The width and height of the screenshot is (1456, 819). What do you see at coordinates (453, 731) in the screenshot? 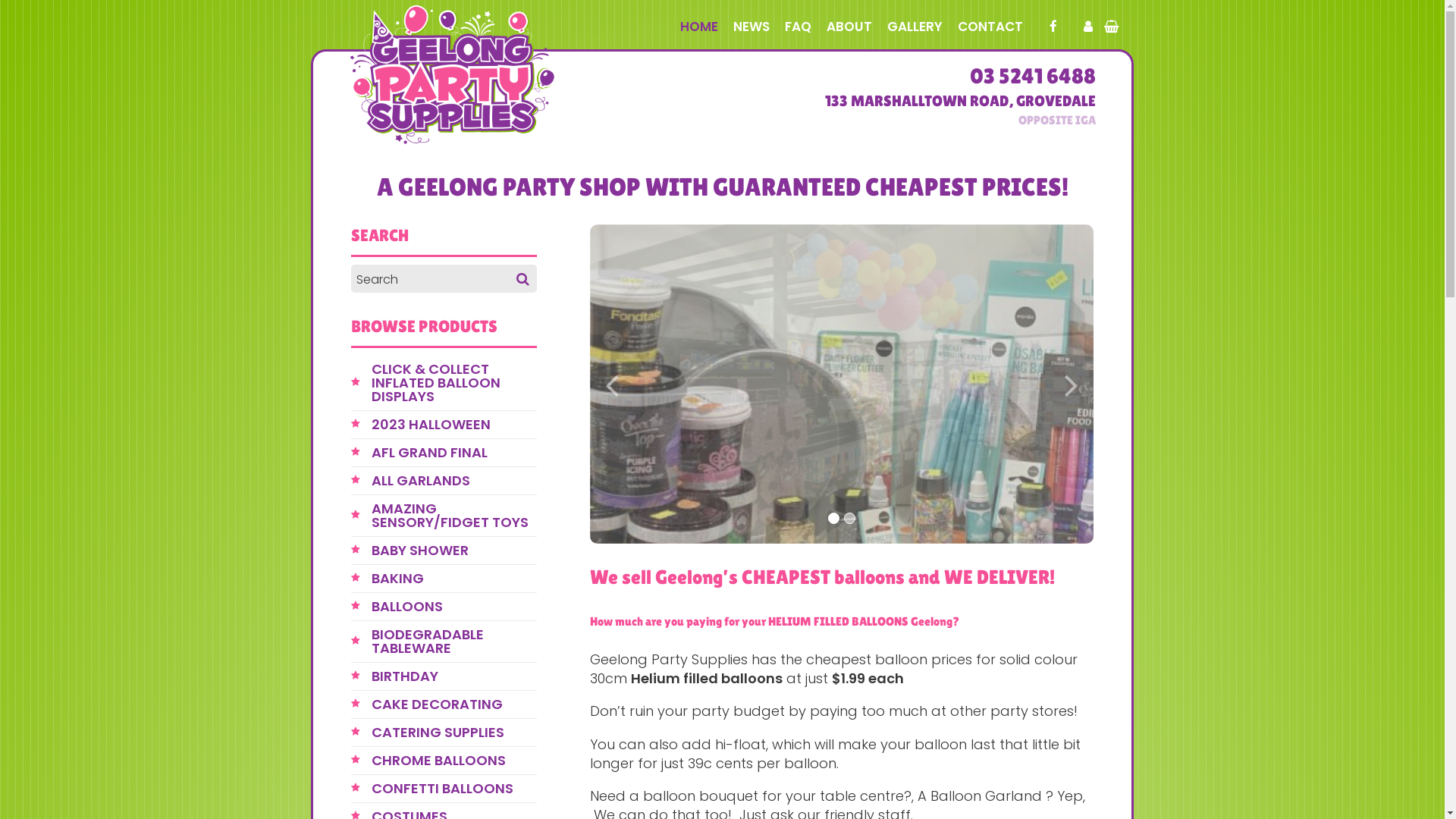
I see `'CATERING SUPPLIES'` at bounding box center [453, 731].